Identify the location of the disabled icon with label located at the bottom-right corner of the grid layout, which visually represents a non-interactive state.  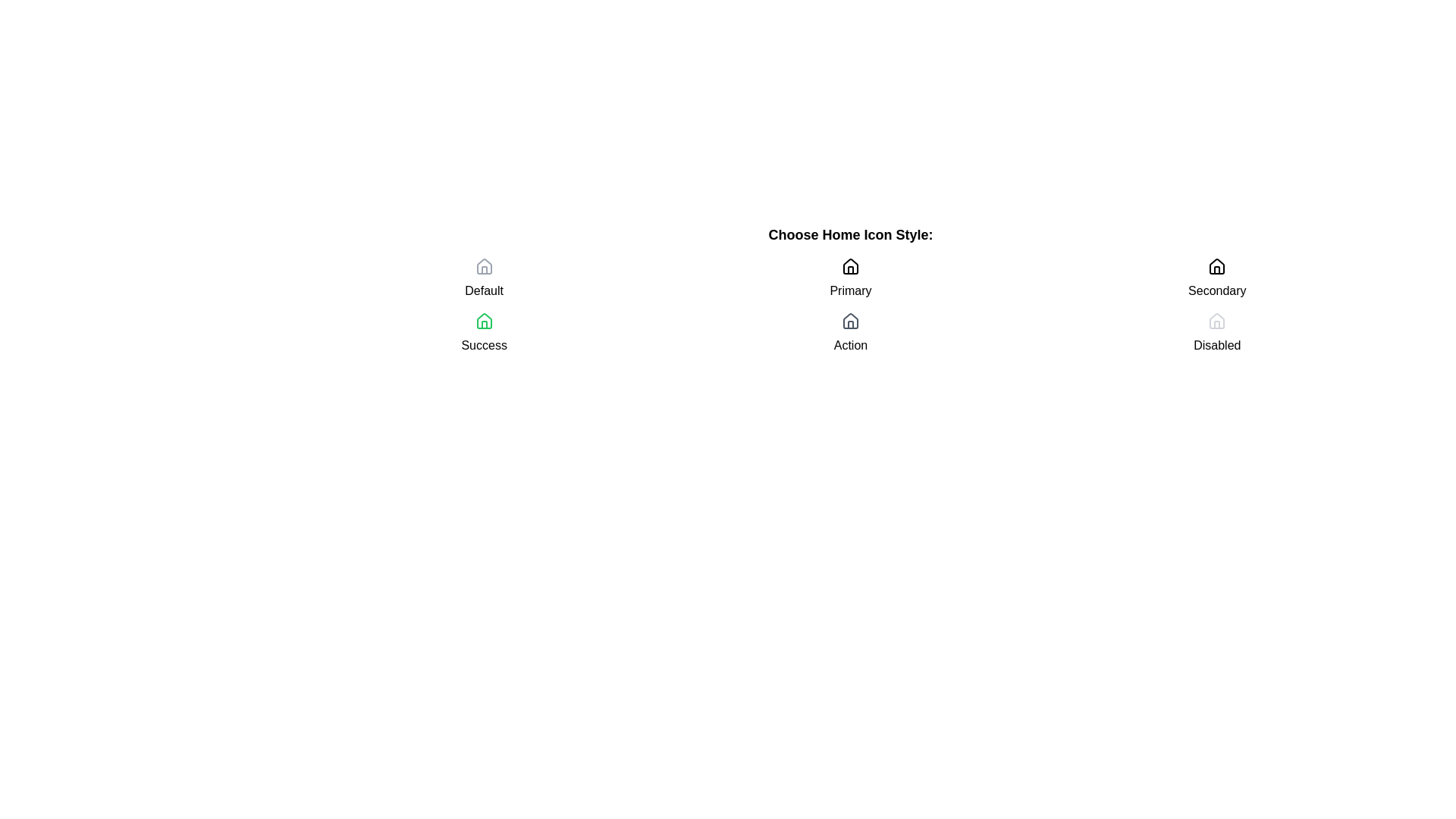
(1217, 332).